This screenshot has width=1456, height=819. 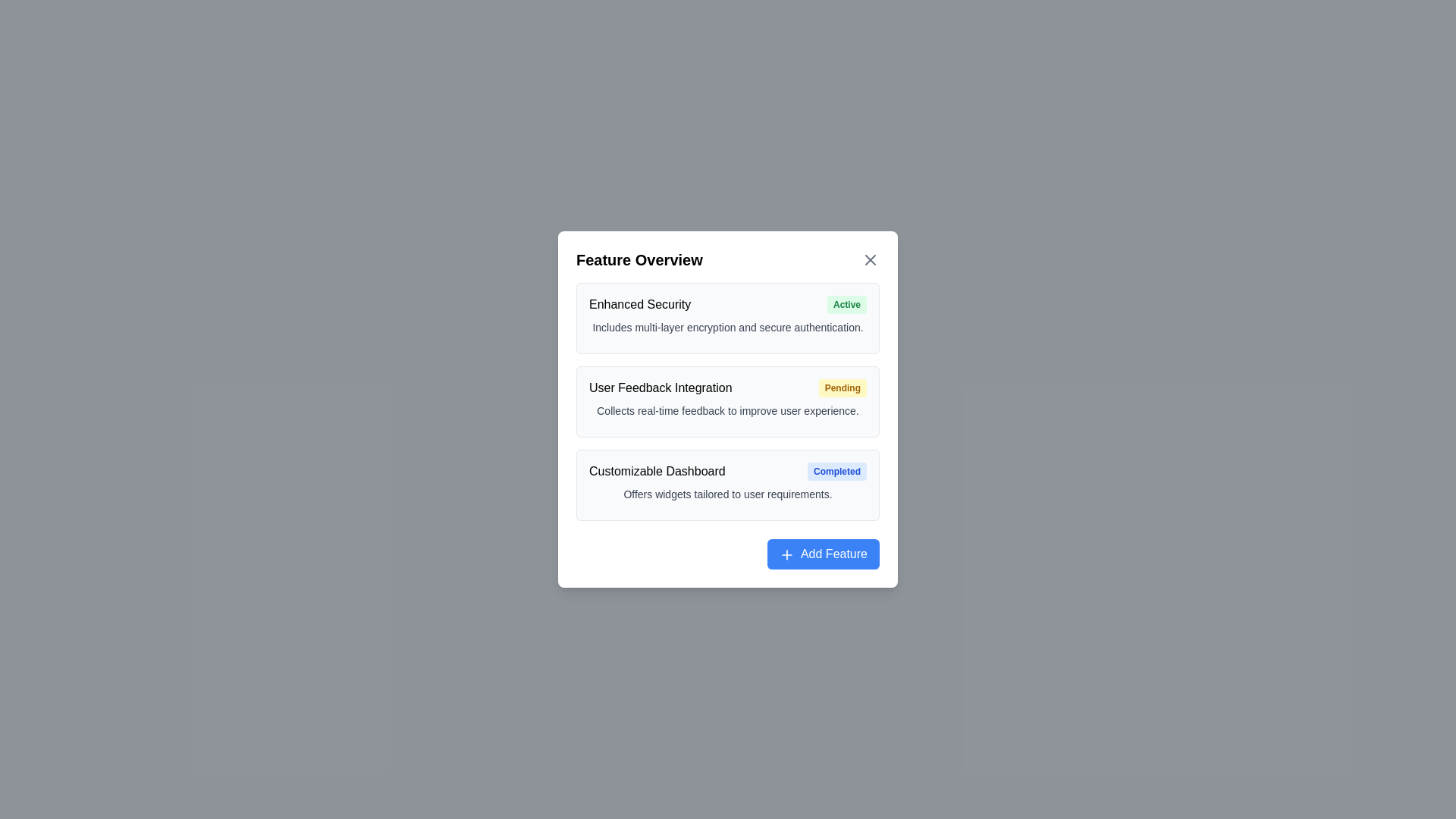 I want to click on the Feature descriptor with status indicator located between 'Enhanced Security' and 'Customizable Dashboard', so click(x=728, y=388).